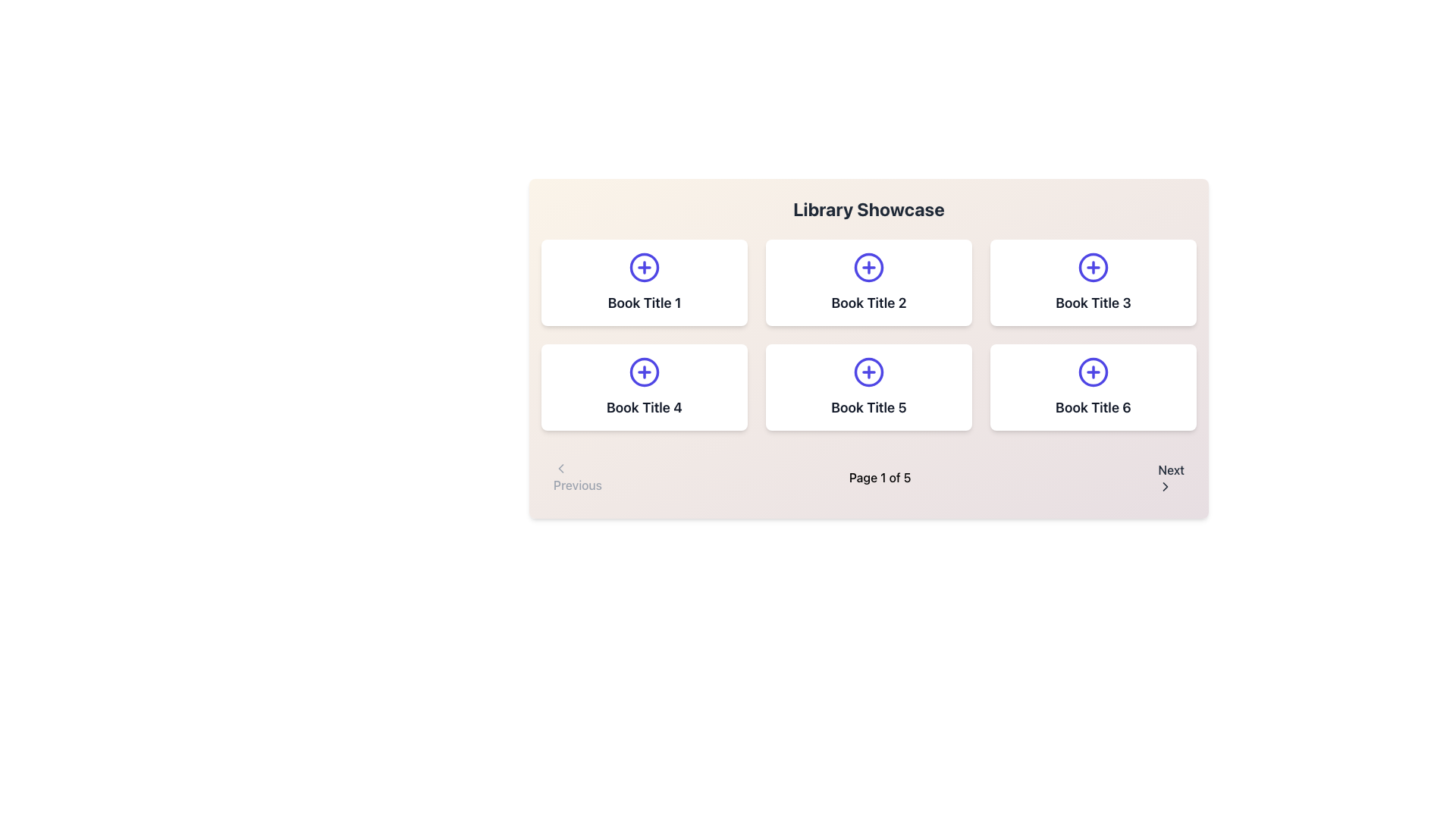 The width and height of the screenshot is (1456, 819). Describe the element at coordinates (1093, 406) in the screenshot. I see `text from the Text label that serves as the title for the associated book entry, located at the bottom right corner of the grid layout inside a white rectangular card with rounded edges` at that location.